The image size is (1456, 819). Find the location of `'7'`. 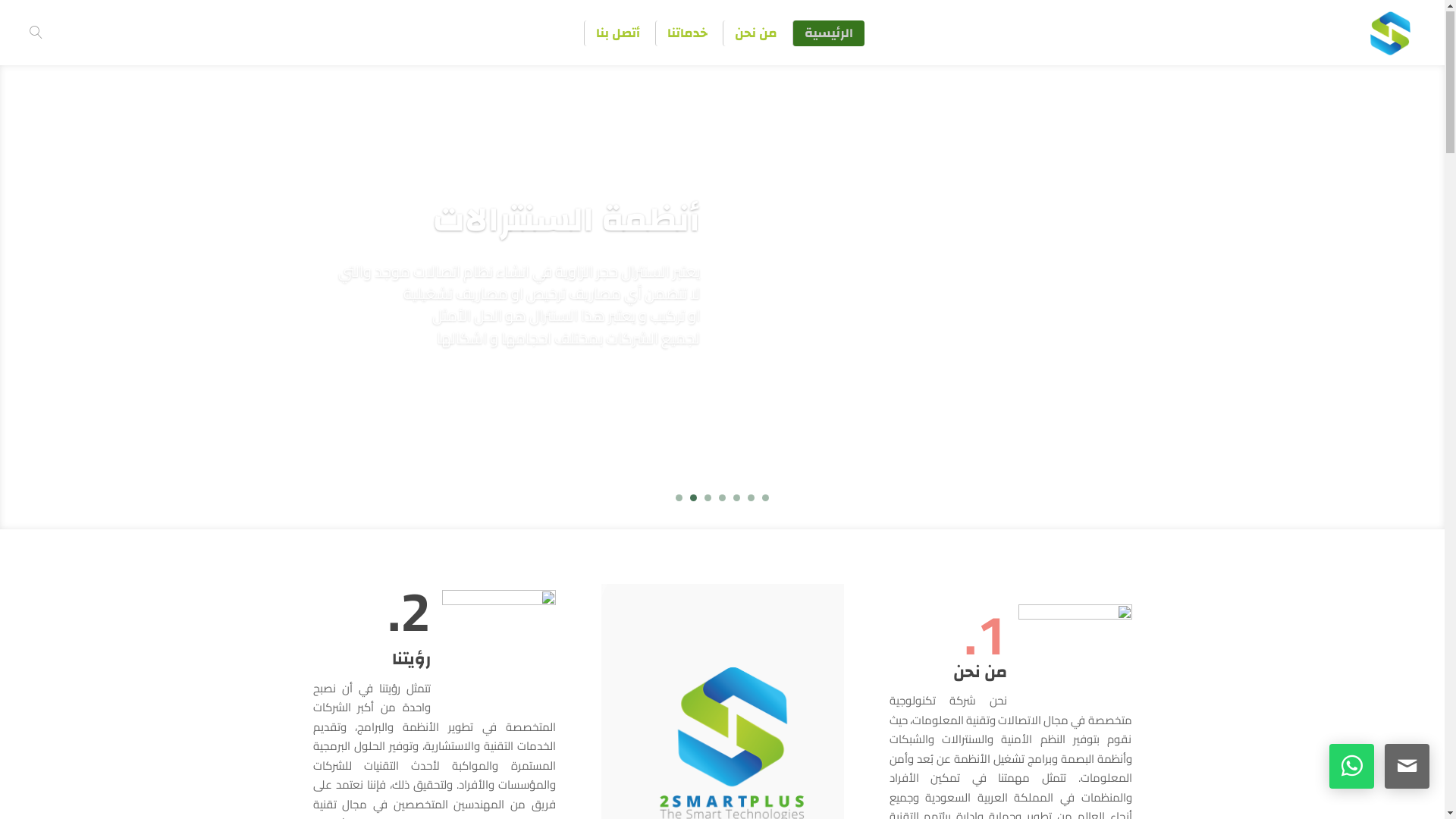

'7' is located at coordinates (678, 498).